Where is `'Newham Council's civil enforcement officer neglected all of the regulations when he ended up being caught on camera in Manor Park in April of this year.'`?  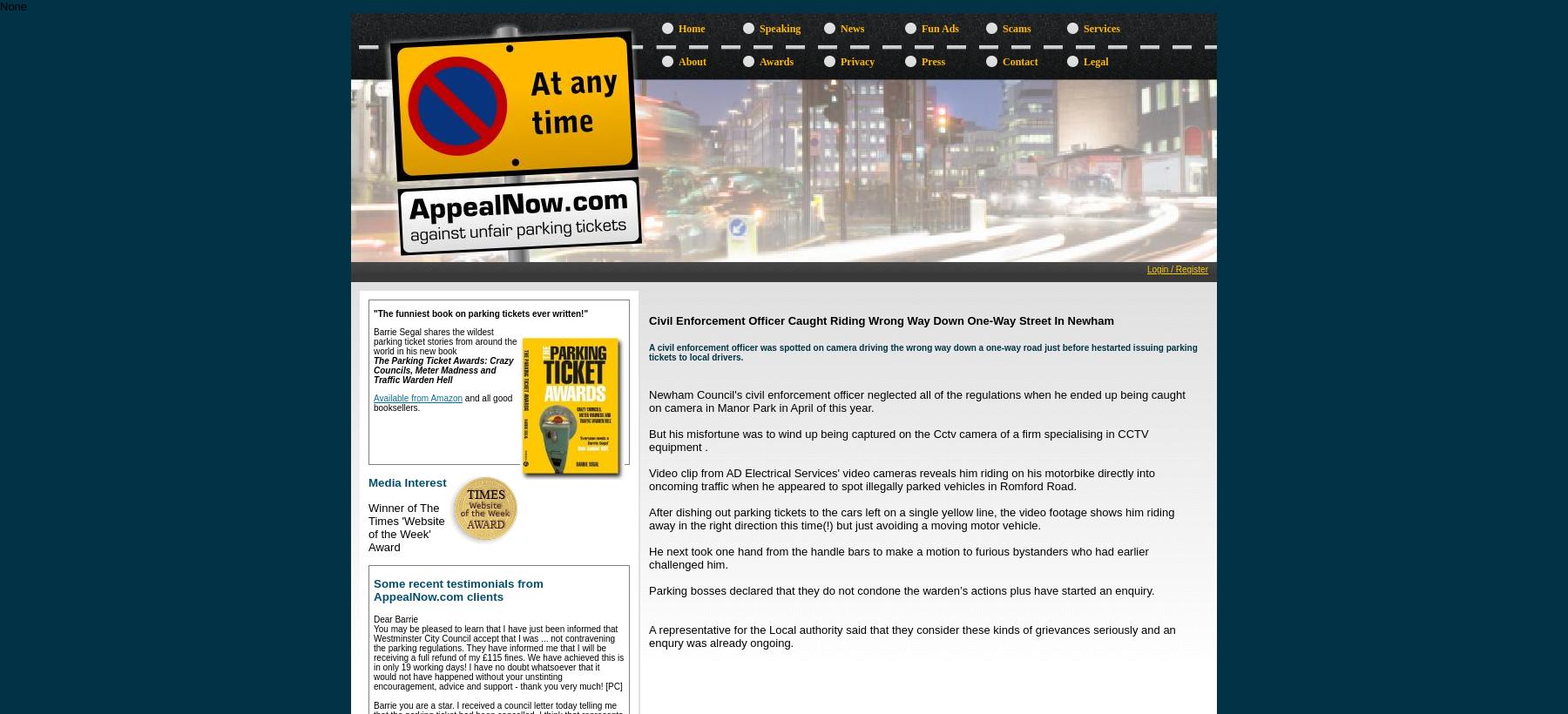
'Newham Council's civil enforcement officer neglected all of the regulations when he ended up being caught on camera in Manor Park in April of this year.' is located at coordinates (916, 401).